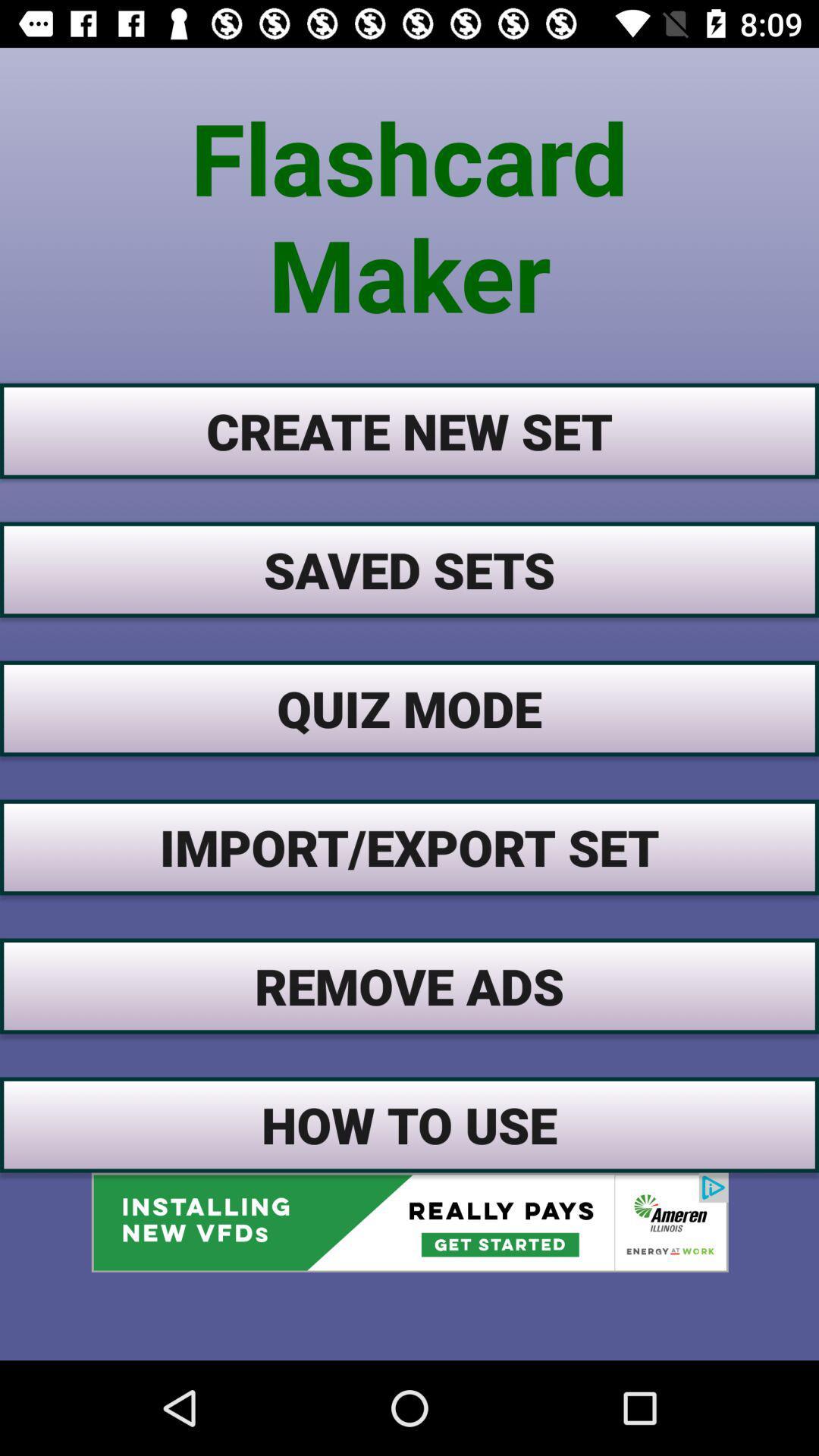 This screenshot has height=1456, width=819. What do you see at coordinates (409, 1222) in the screenshot?
I see `an advertisements` at bounding box center [409, 1222].